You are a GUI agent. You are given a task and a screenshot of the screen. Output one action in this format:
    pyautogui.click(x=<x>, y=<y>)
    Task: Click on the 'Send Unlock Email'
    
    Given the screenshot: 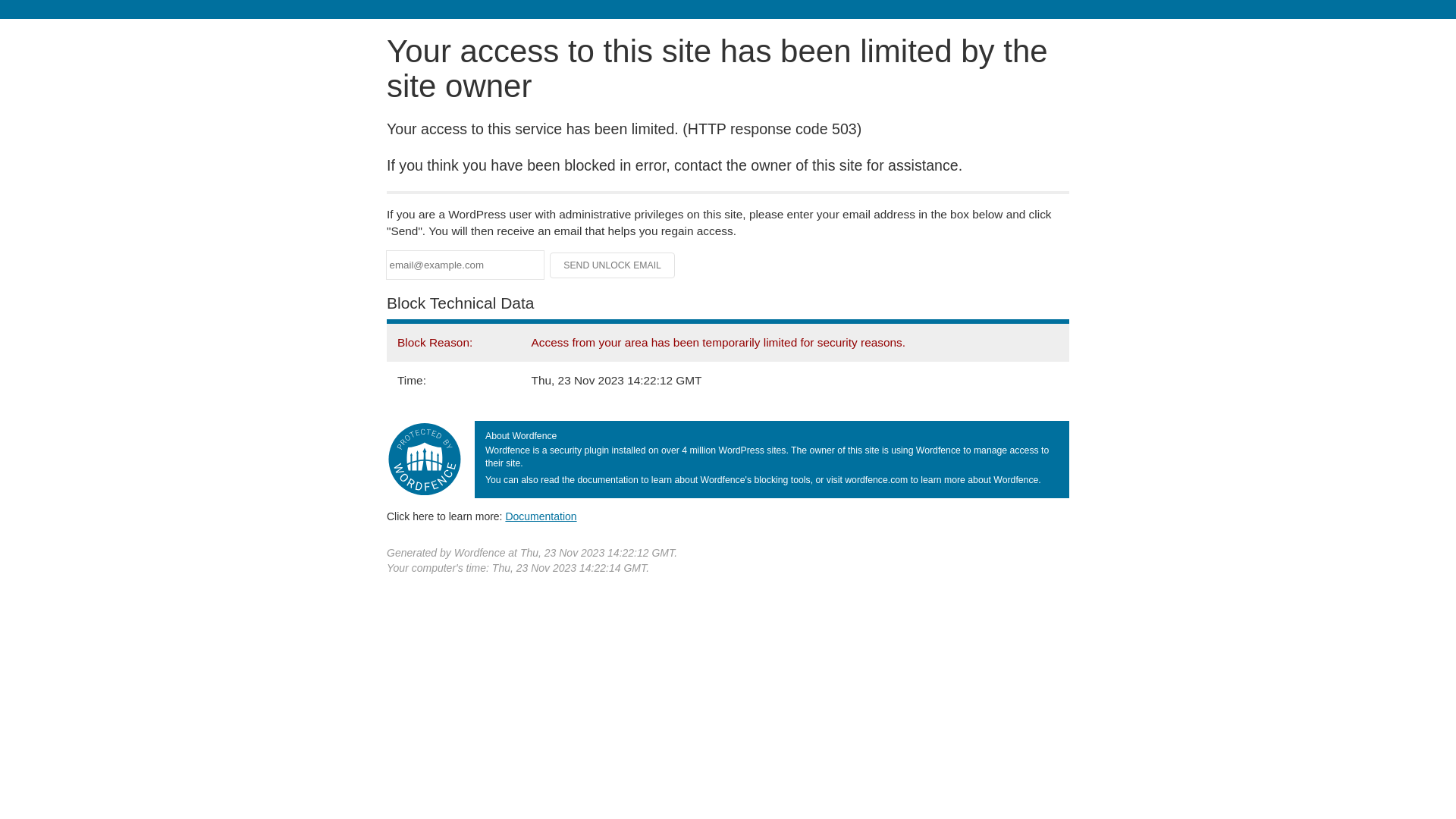 What is the action you would take?
    pyautogui.click(x=612, y=265)
    